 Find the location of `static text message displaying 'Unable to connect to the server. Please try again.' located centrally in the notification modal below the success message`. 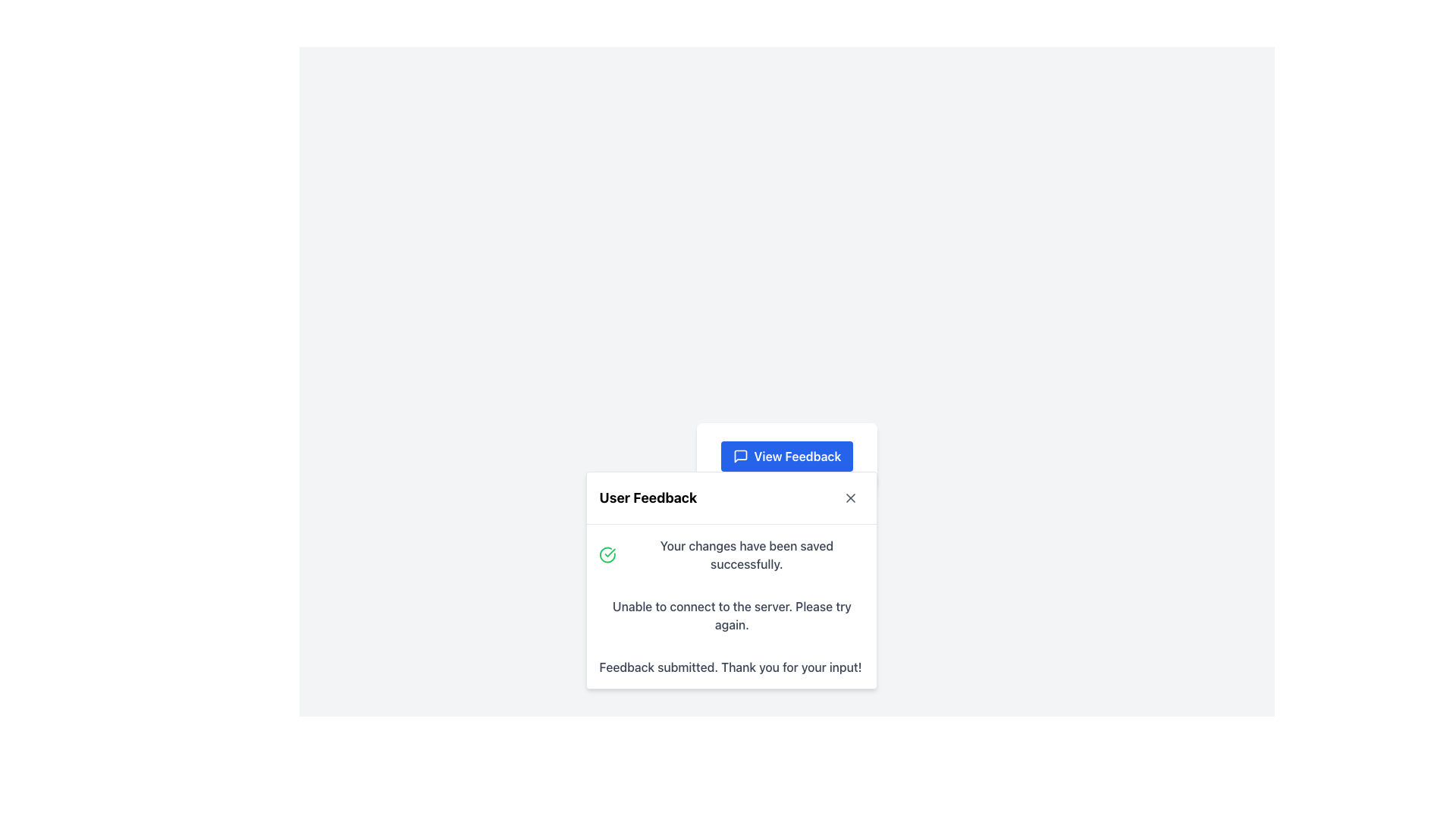

static text message displaying 'Unable to connect to the server. Please try again.' located centrally in the notification modal below the success message is located at coordinates (732, 616).